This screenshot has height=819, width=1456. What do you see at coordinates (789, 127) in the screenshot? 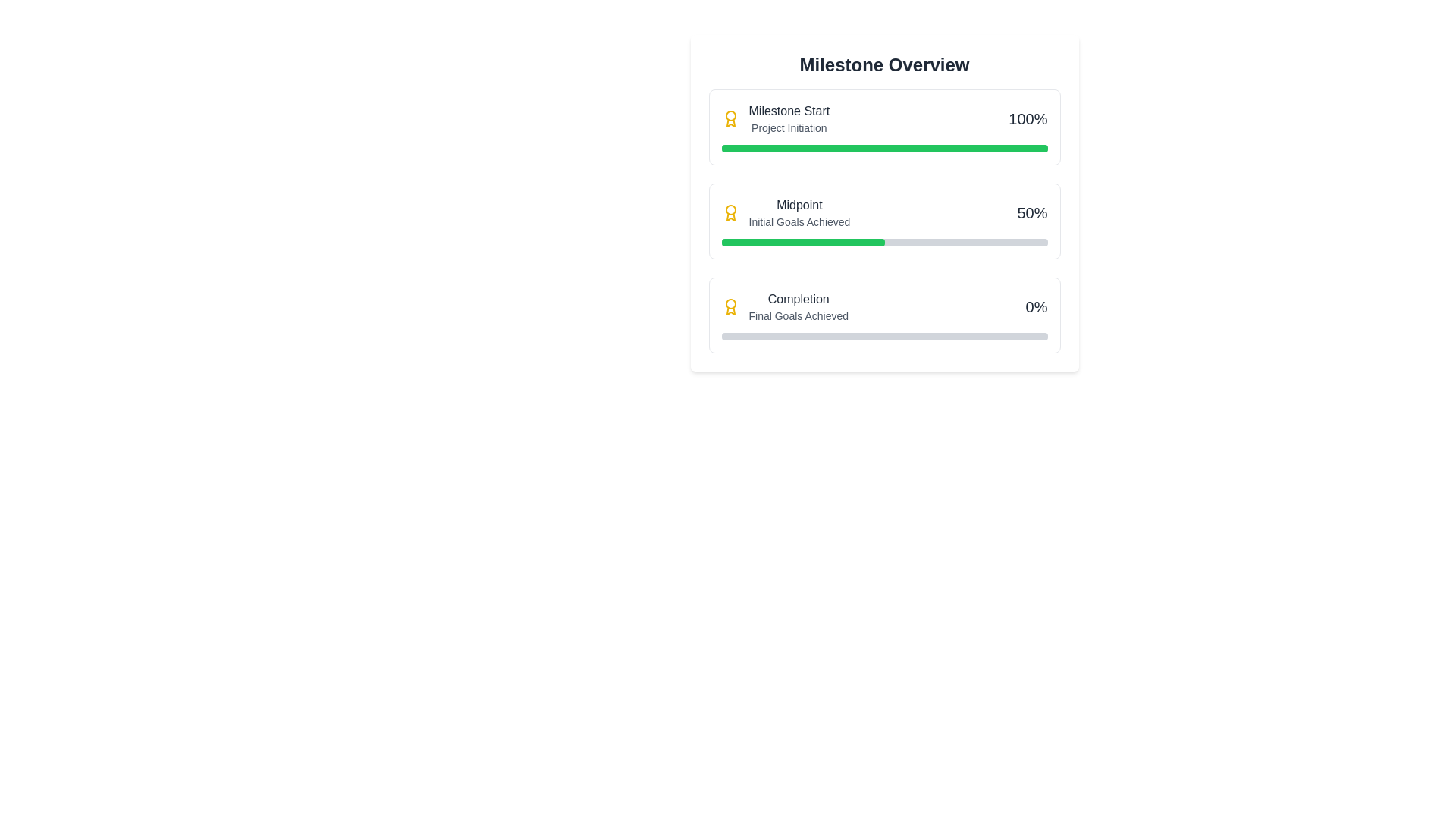
I see `the text label displaying 'Project Initiation', which is located beneath the 'Milestone Start' label in the milestone overview` at bounding box center [789, 127].